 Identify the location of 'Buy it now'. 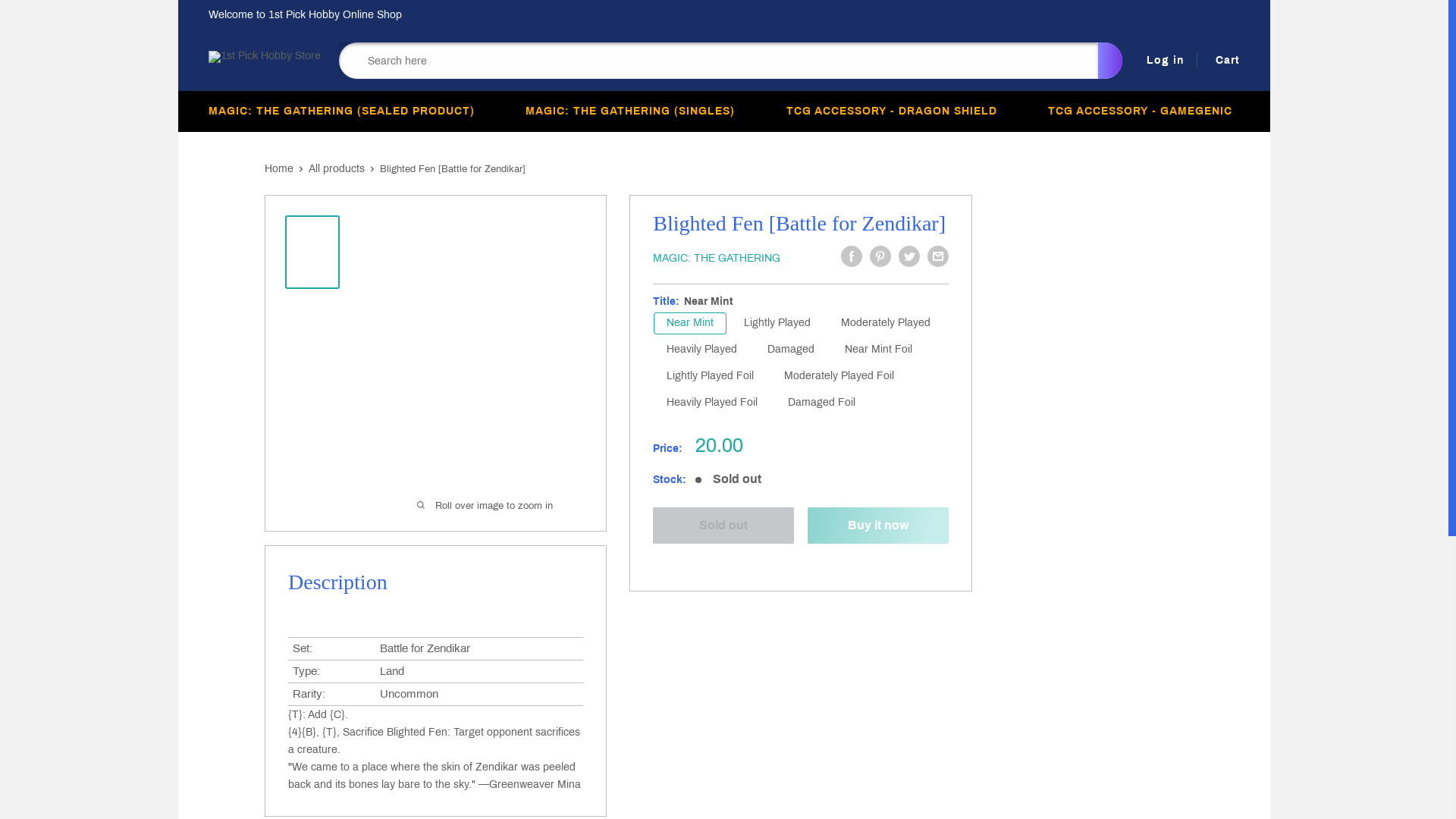
(877, 525).